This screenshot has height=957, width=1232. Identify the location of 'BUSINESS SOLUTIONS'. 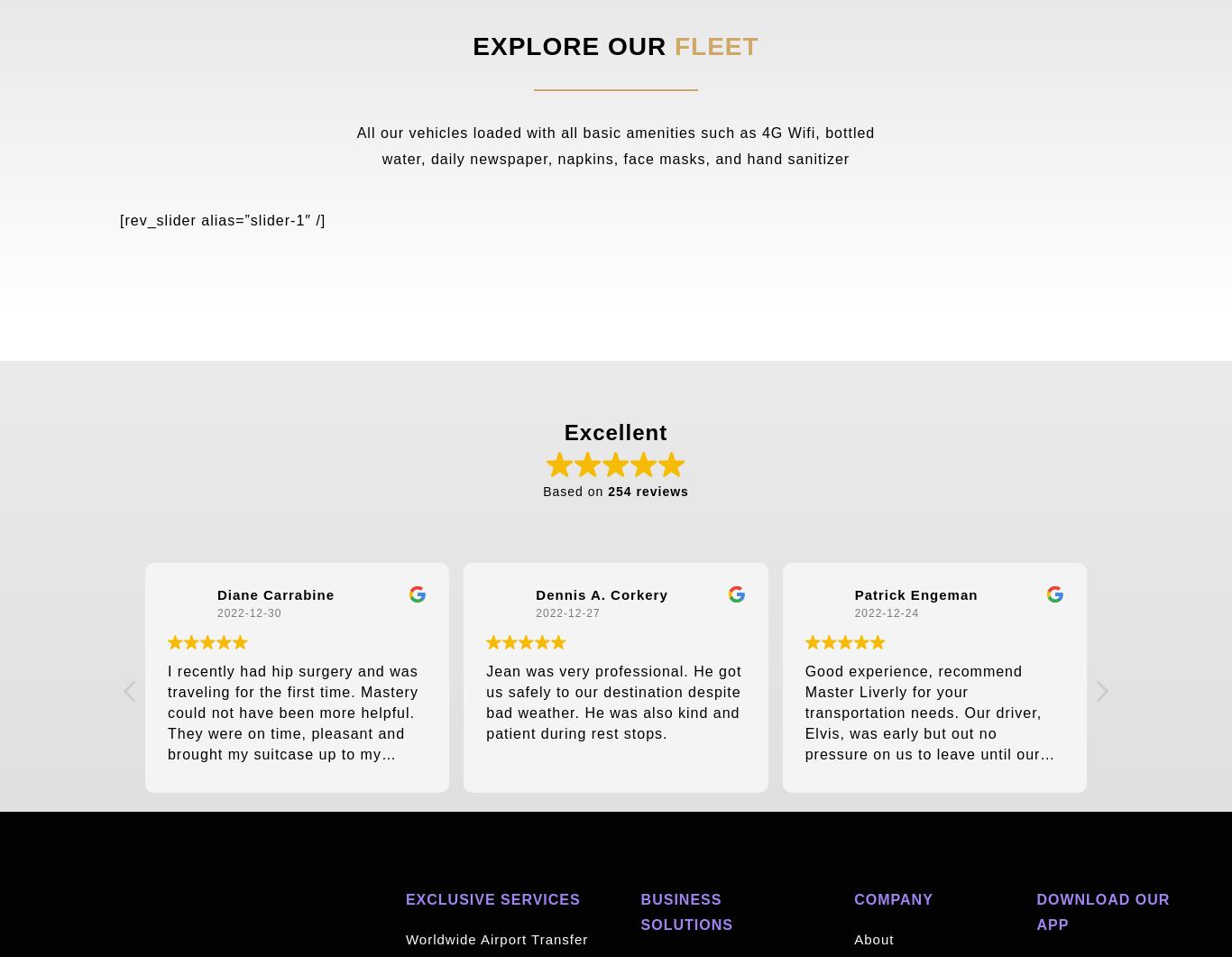
(685, 911).